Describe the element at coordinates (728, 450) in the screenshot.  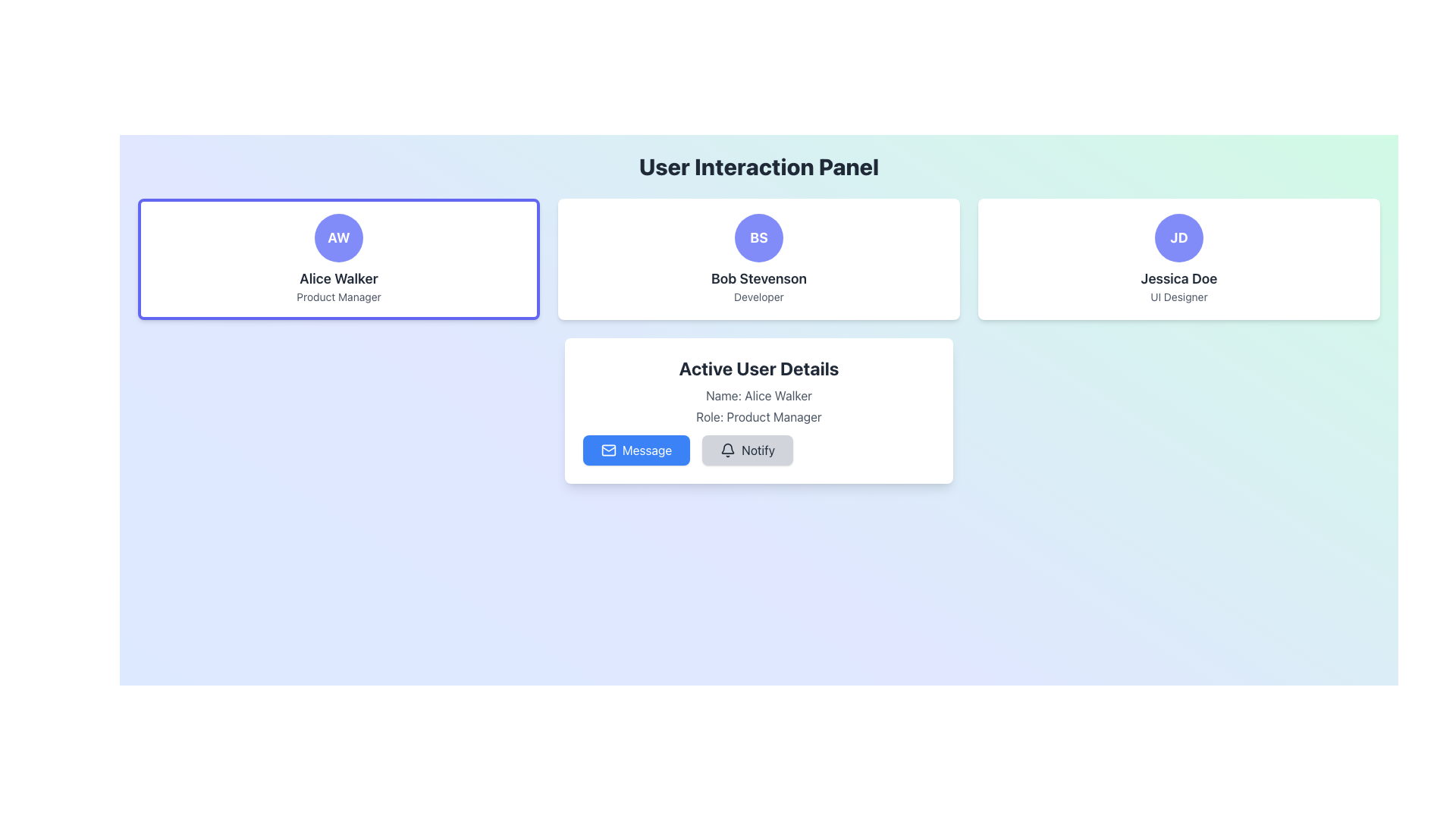
I see `the bell-shaped notification icon located to the left of the 'Notify' text within the rounded rectangular button` at that location.